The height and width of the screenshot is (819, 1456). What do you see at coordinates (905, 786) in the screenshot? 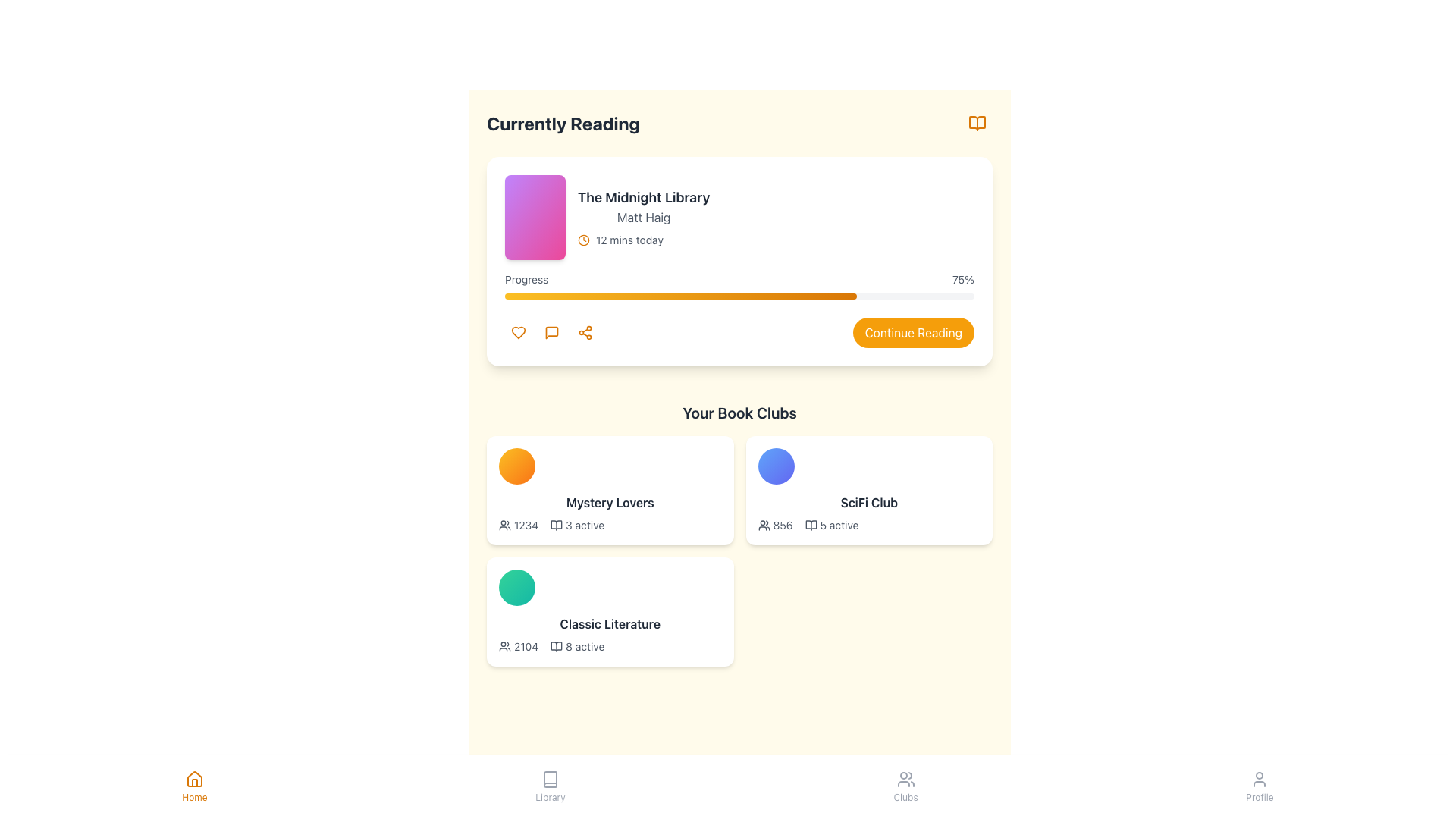
I see `the 'Clubs' button, which features an icon of three people and is part of the bottom navigation bar` at bounding box center [905, 786].